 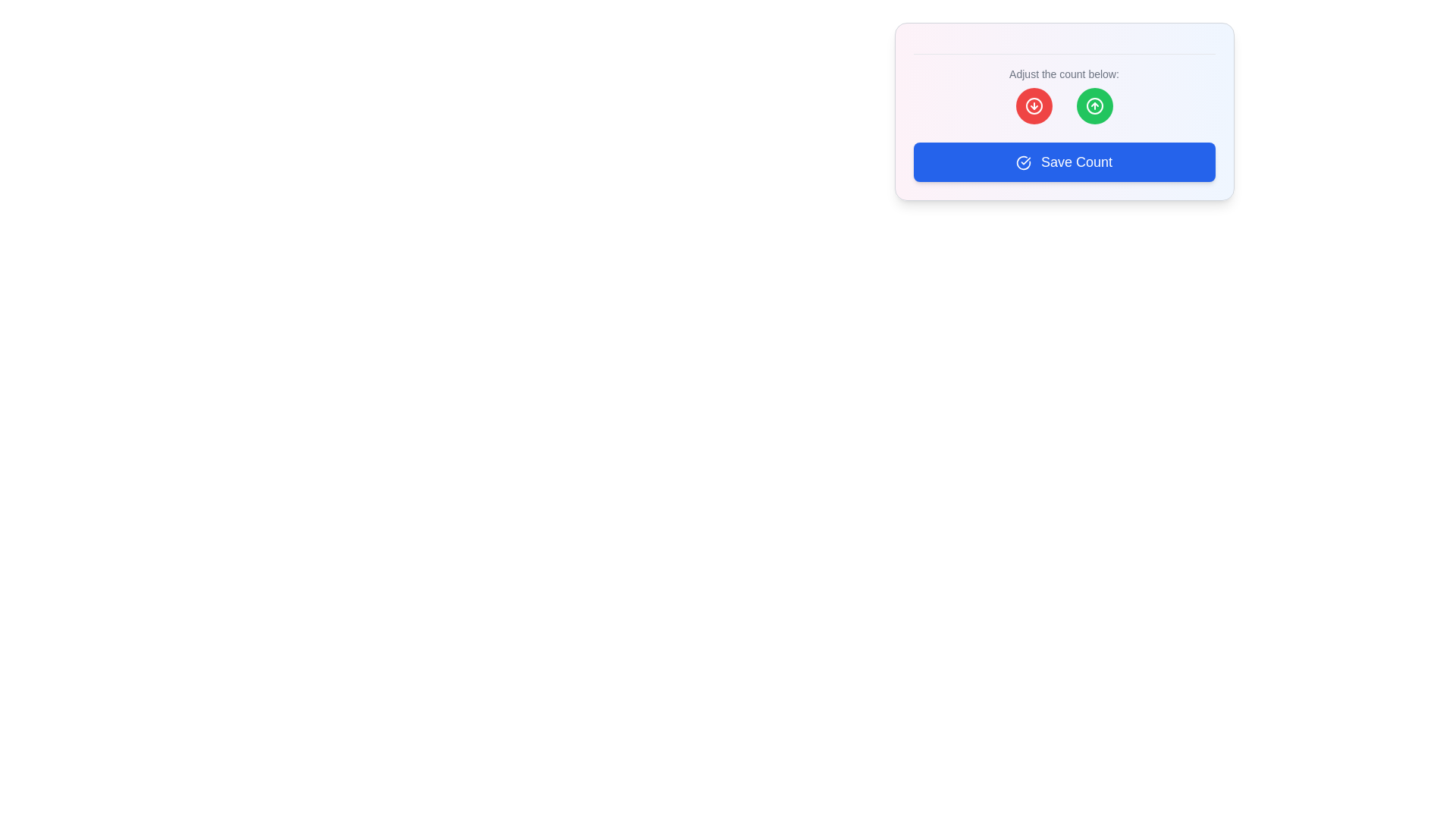 What do you see at coordinates (1094, 105) in the screenshot?
I see `the circular icon with an upward-pointing arrow enclosed within a green background, which is the second button in a row of interactive icons` at bounding box center [1094, 105].